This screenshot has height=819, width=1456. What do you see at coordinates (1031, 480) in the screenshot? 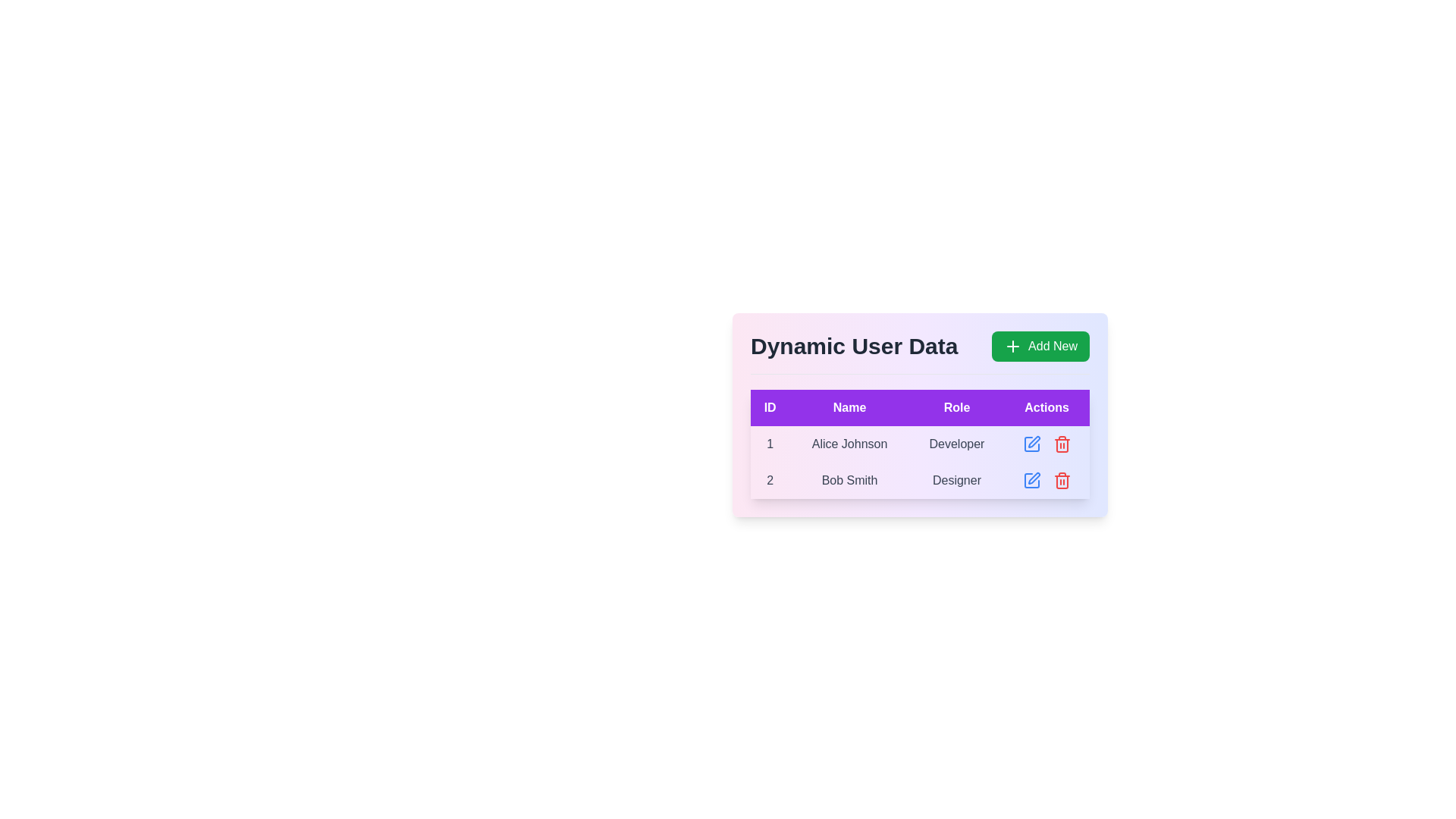
I see `the 'edit' icon button located in the 'Actions' column next to the row labeled '2' for 'Bob Smith, Designer' to initiate editing` at bounding box center [1031, 480].